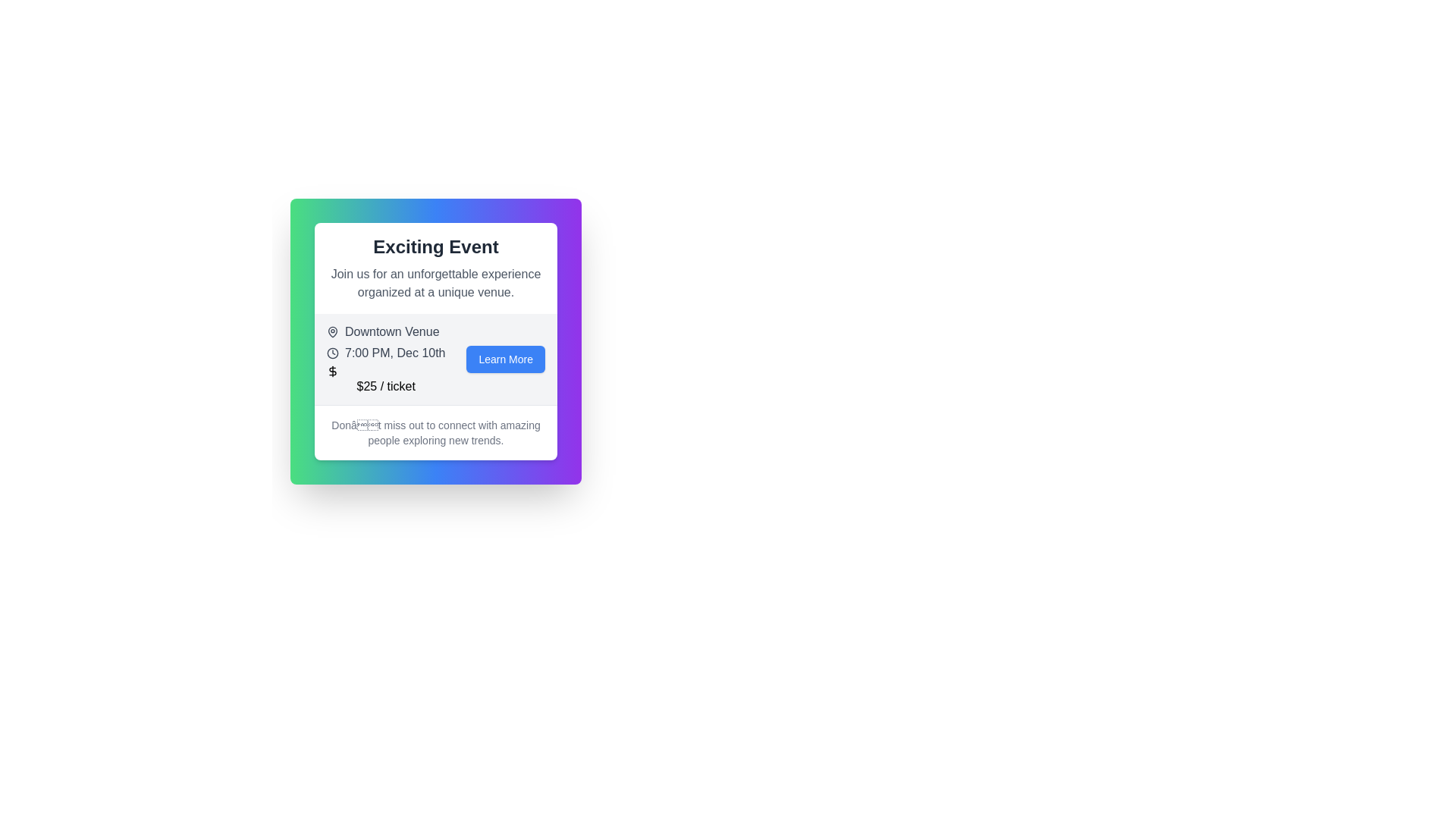  Describe the element at coordinates (331, 330) in the screenshot. I see `the pin graphic of the map pin icon that indicates the location related to 'Downtown Venue'` at that location.